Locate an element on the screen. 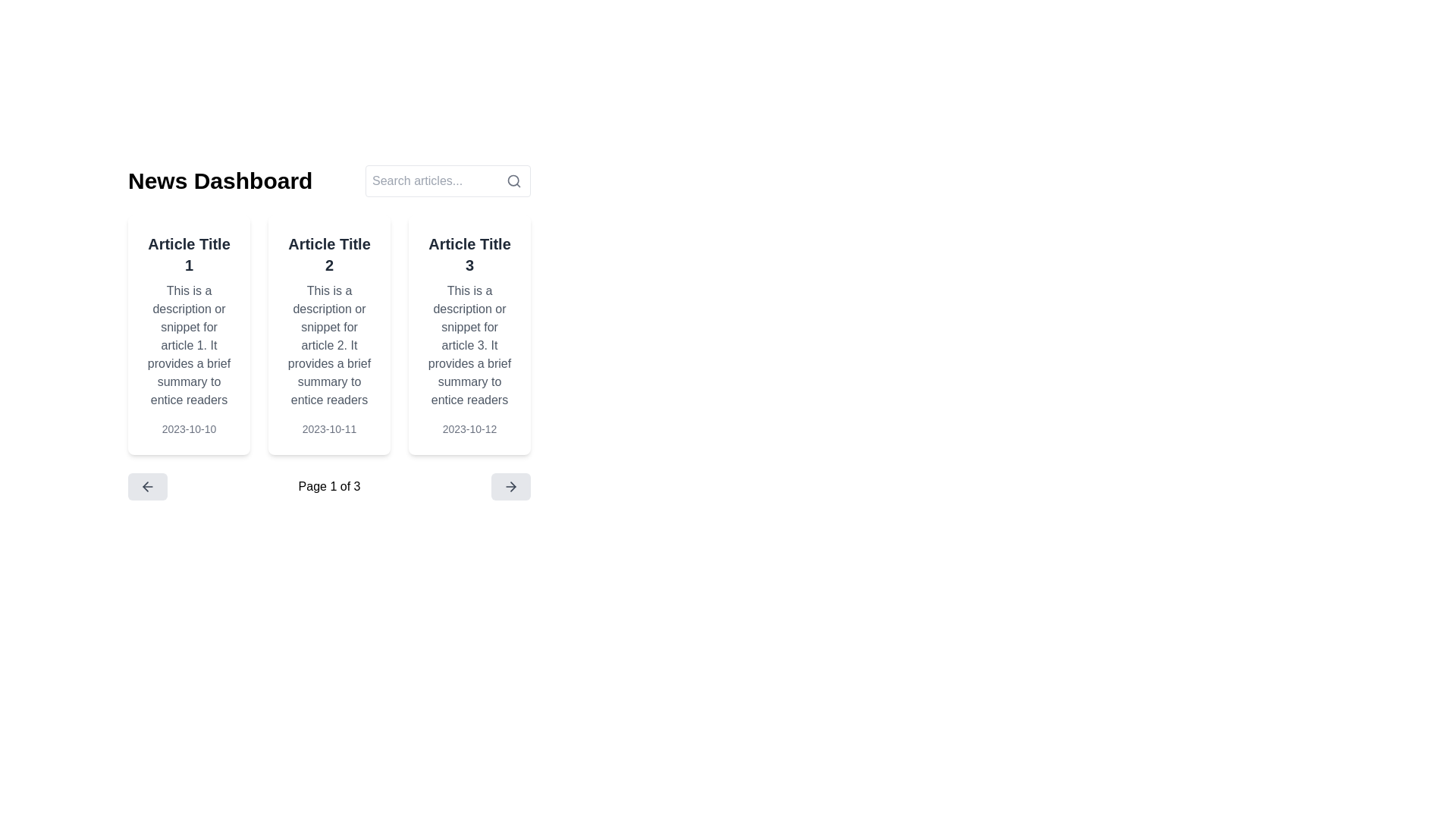 Image resolution: width=1456 pixels, height=819 pixels. the heading text labeled 'Article Title 1', which is styled in a large bold font and dark gray color, located at the top section of the leftmost card in the News Dashboard is located at coordinates (188, 253).